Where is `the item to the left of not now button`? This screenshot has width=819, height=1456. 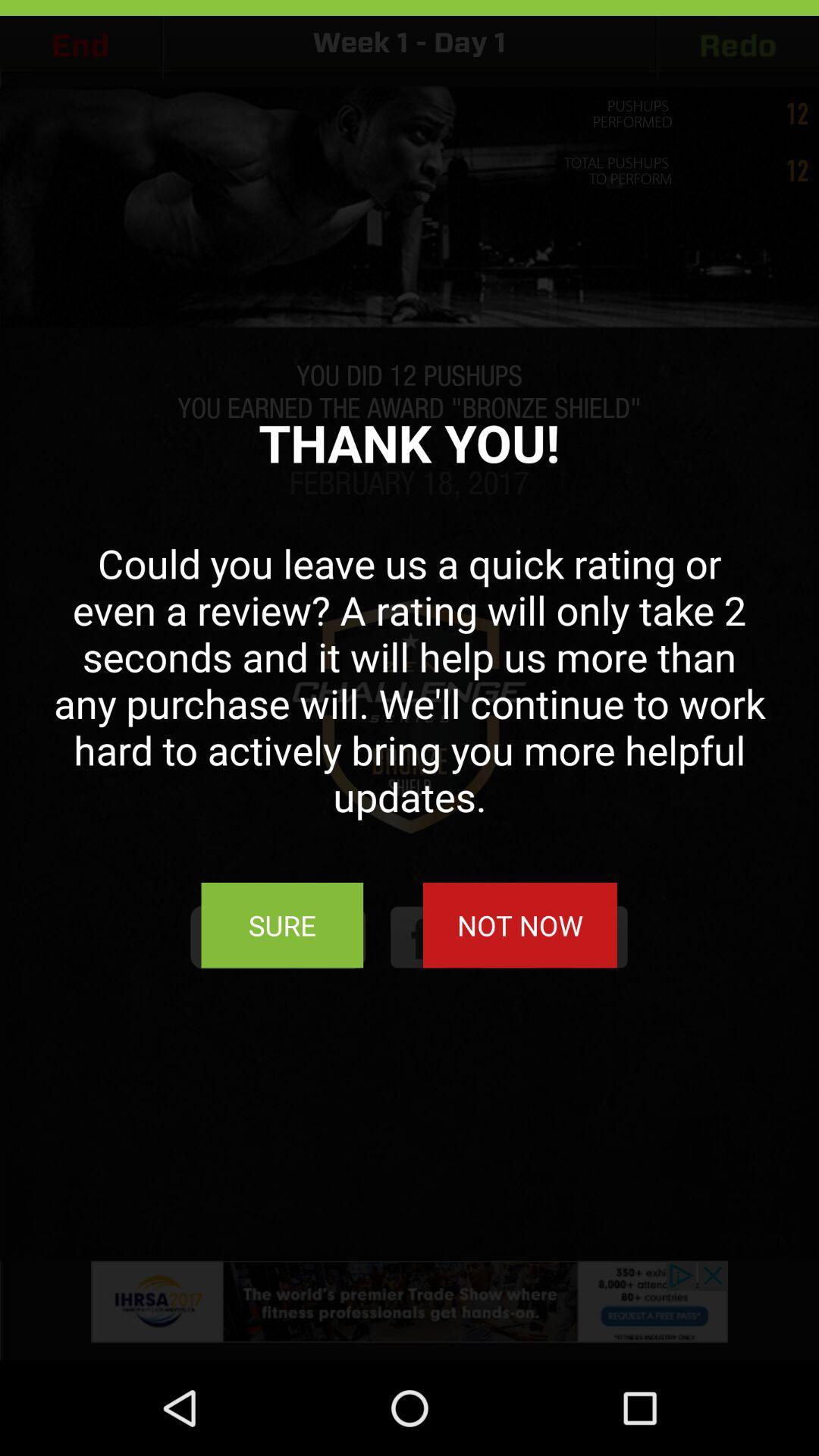
the item to the left of not now button is located at coordinates (282, 924).